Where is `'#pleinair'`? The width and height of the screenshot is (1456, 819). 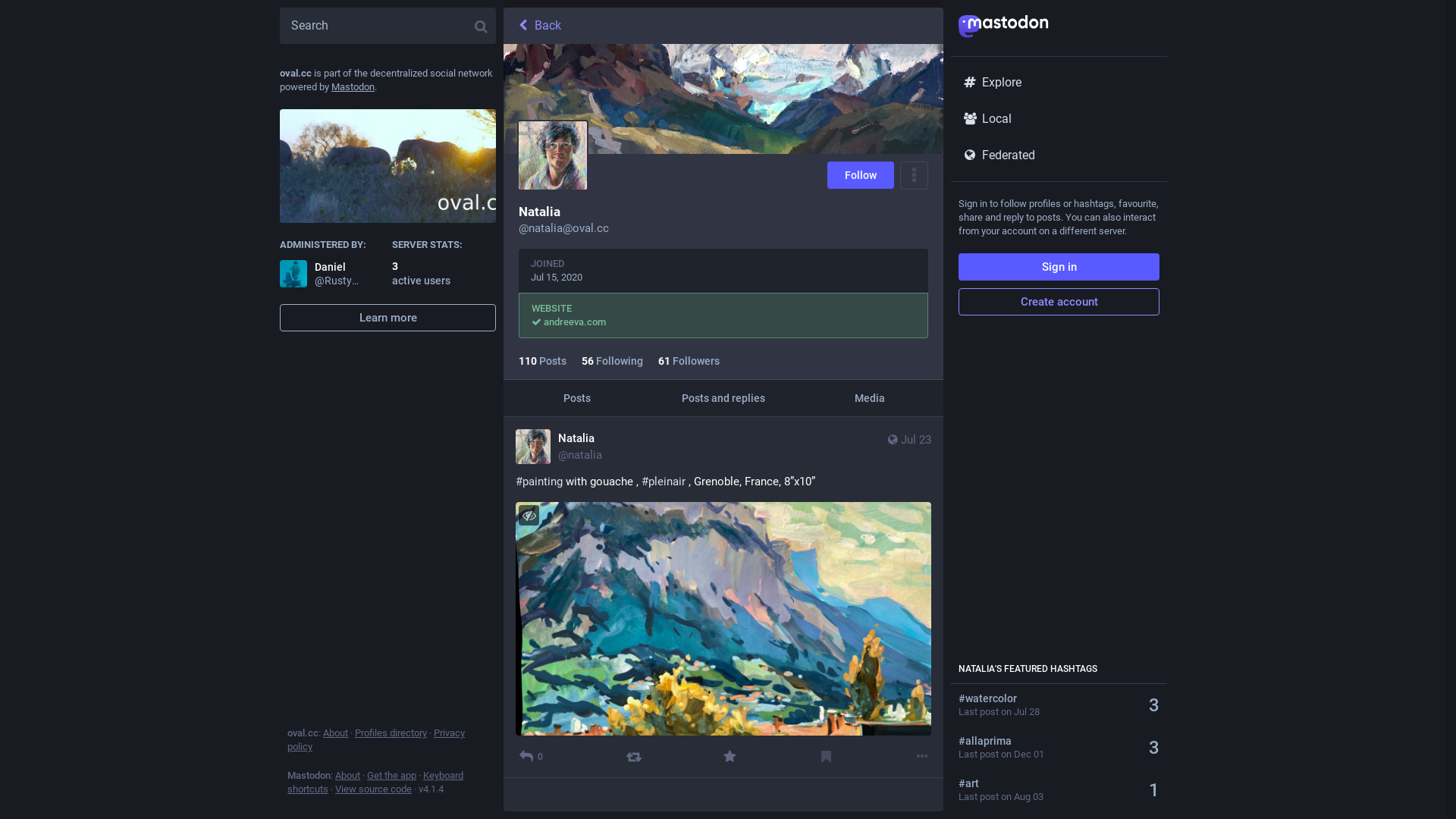
'#pleinair' is located at coordinates (663, 482).